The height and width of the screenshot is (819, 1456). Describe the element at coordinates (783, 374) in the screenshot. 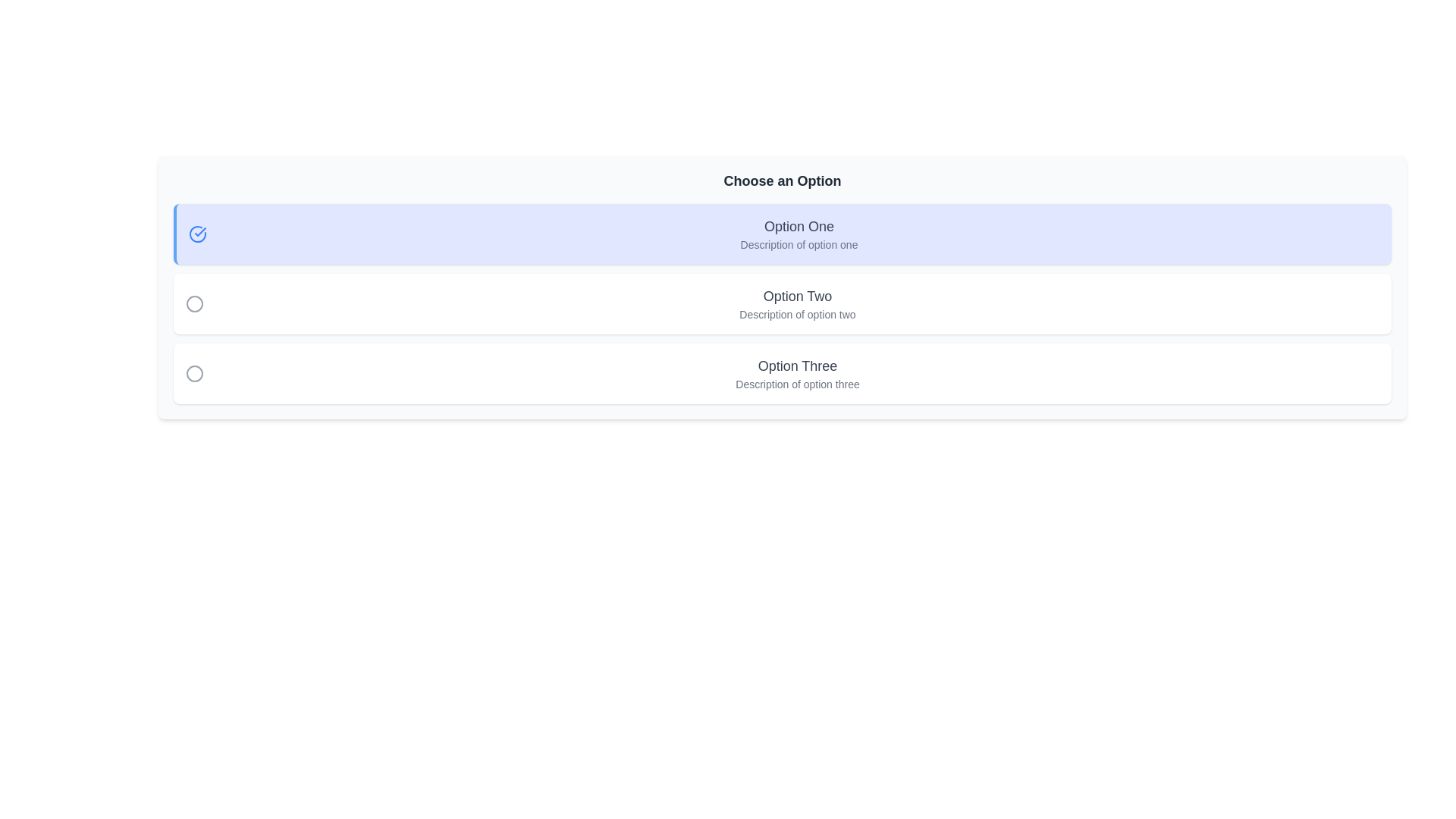

I see `the 'Option Three' button with a white background and rounded corners` at that location.